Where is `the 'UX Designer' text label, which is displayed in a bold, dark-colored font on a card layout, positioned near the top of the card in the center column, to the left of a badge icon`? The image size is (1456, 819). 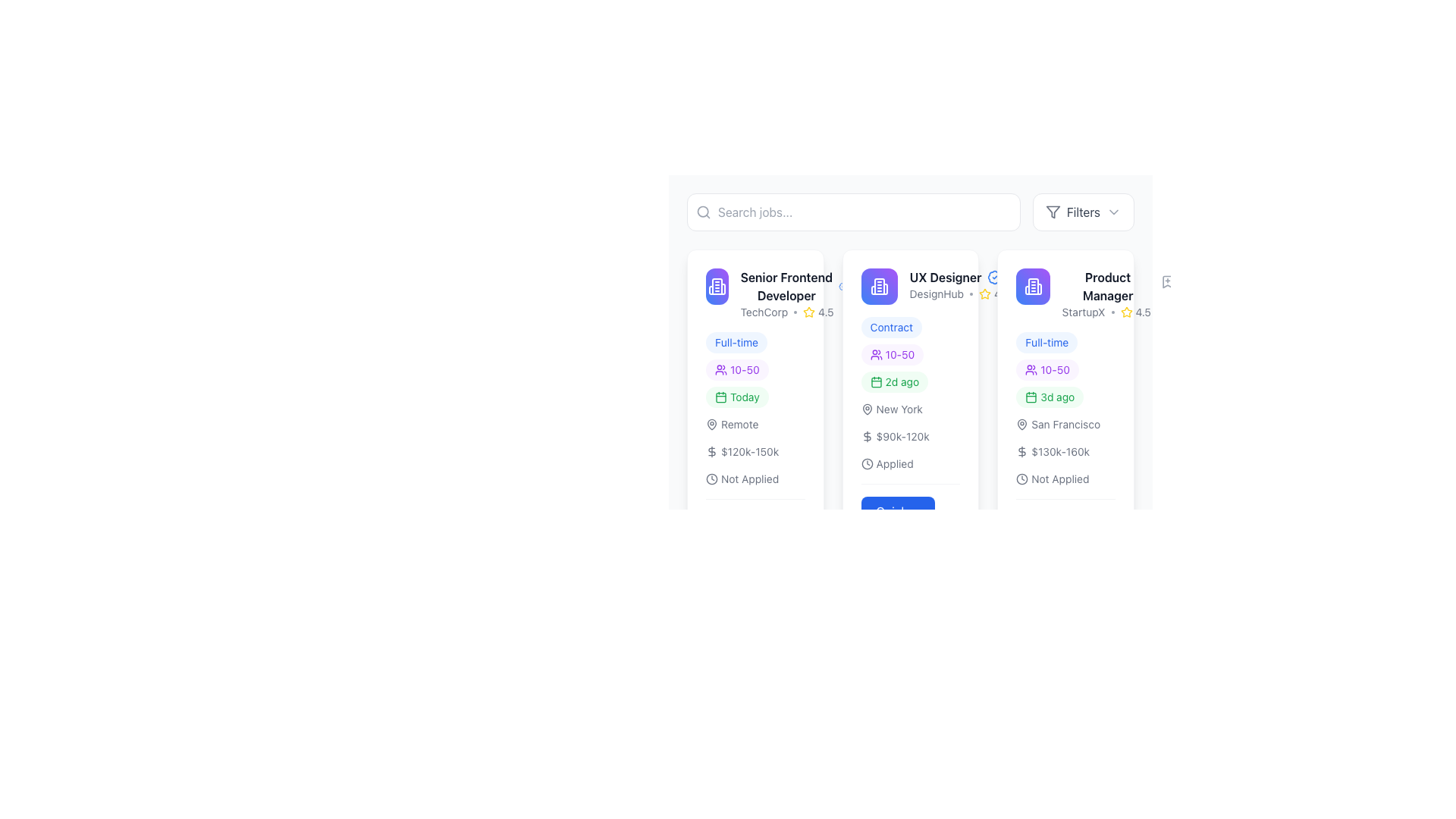
the 'UX Designer' text label, which is displayed in a bold, dark-colored font on a card layout, positioned near the top of the card in the center column, to the left of a badge icon is located at coordinates (945, 278).